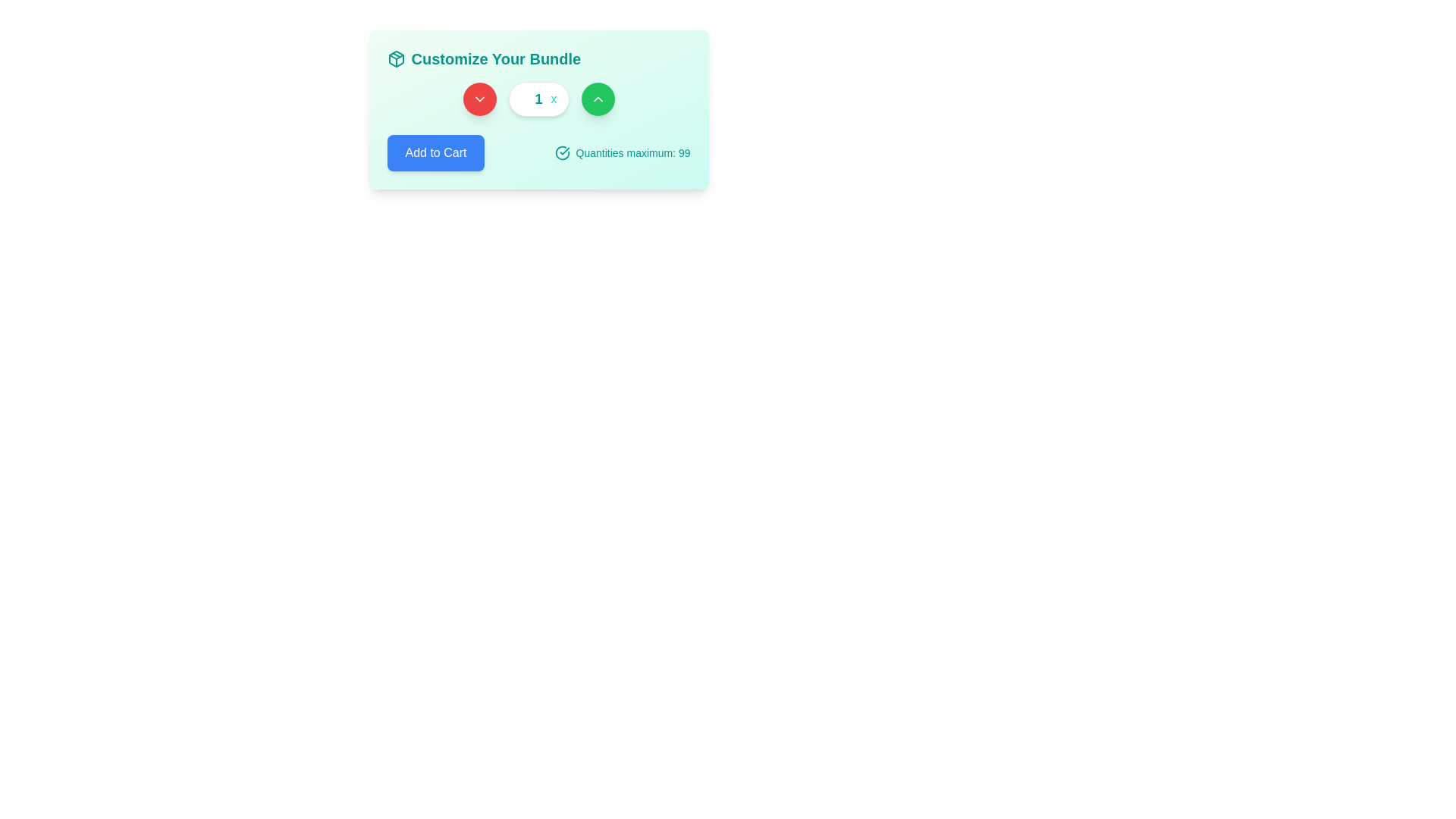 This screenshot has width=1456, height=819. Describe the element at coordinates (561, 152) in the screenshot. I see `the circular teal icon with a checkmark inside, located to the left of the 'Quantities maximum: 99' label` at that location.